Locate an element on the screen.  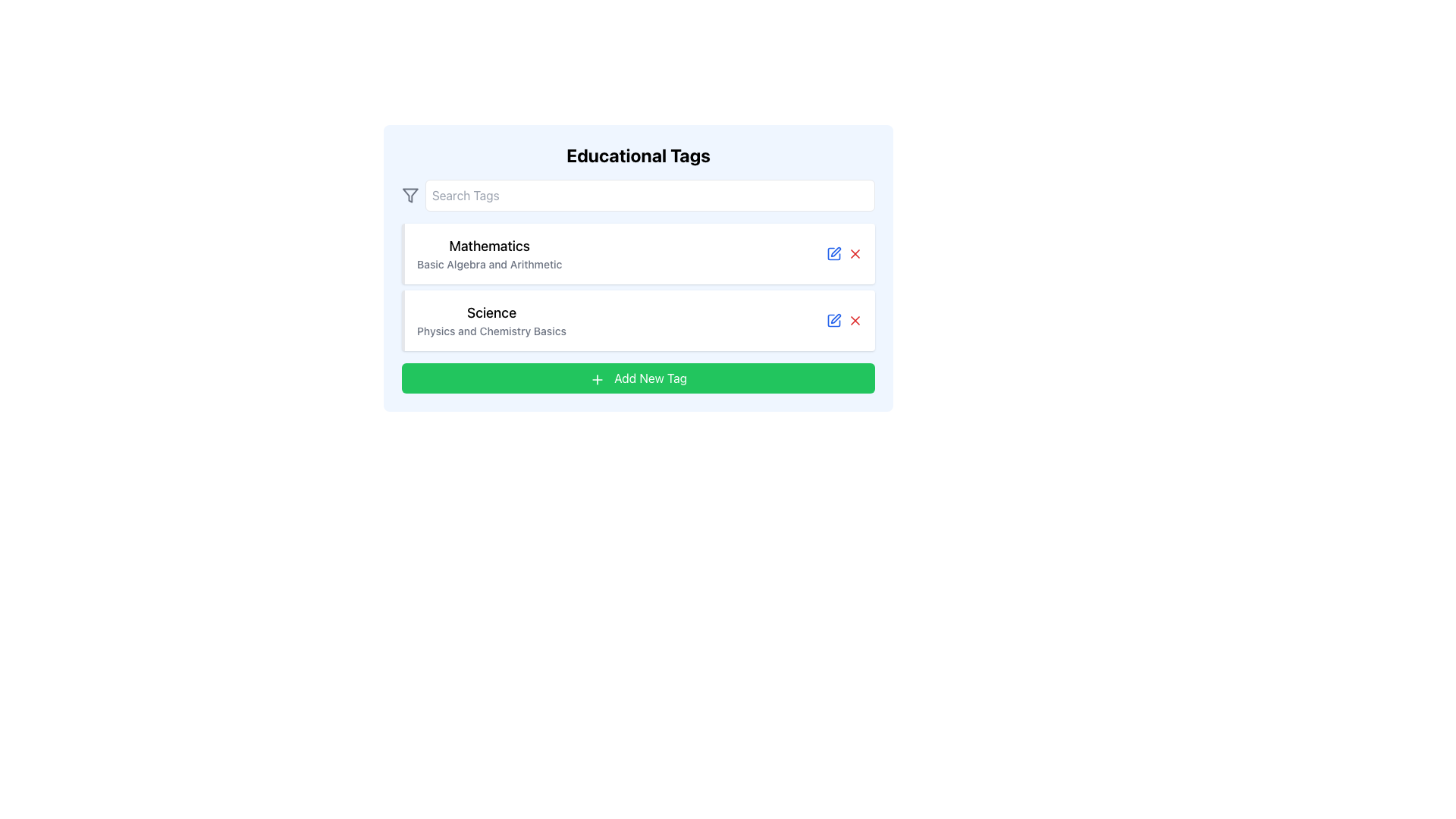
the informational text label providing a description for the topic 'Mathematics', which specifies 'Basic Algebra and Arithmetic.' is located at coordinates (489, 263).